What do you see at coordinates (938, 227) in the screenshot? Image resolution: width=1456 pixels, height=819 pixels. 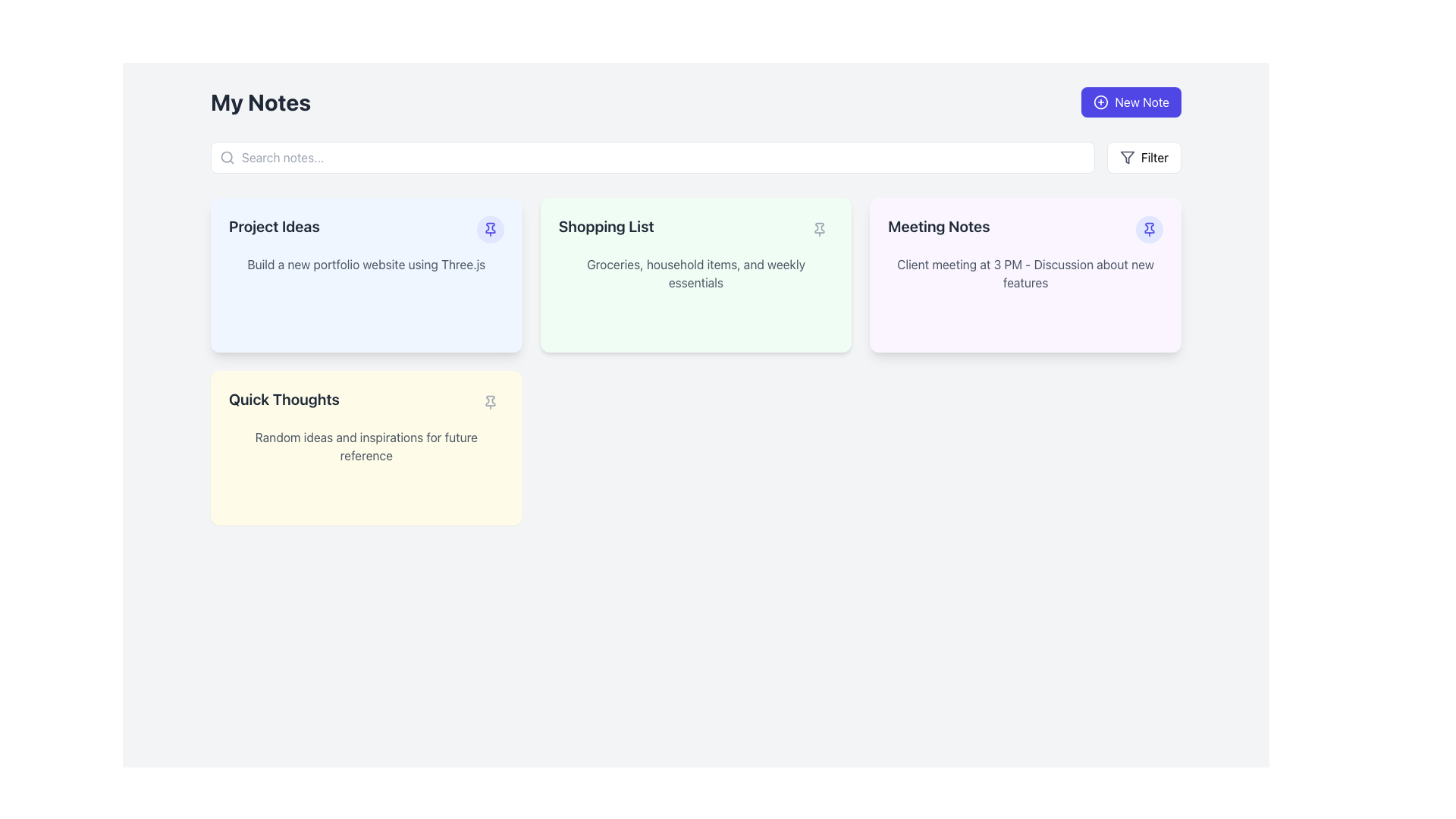 I see `the title text label located on the light purple card in the top-right area of the cards grid` at bounding box center [938, 227].